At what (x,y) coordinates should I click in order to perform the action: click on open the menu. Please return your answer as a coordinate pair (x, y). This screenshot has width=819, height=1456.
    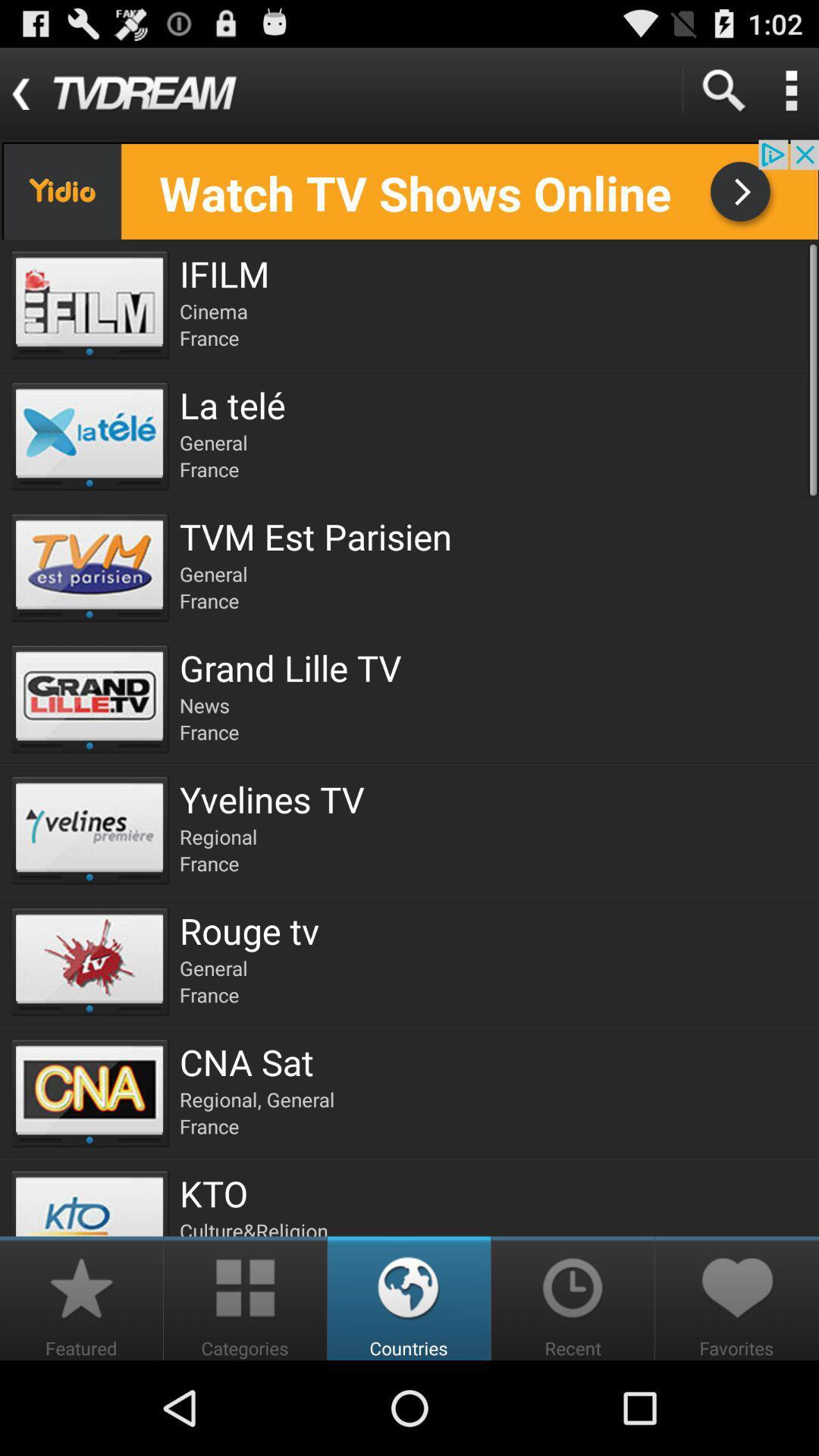
    Looking at the image, I should click on (790, 89).